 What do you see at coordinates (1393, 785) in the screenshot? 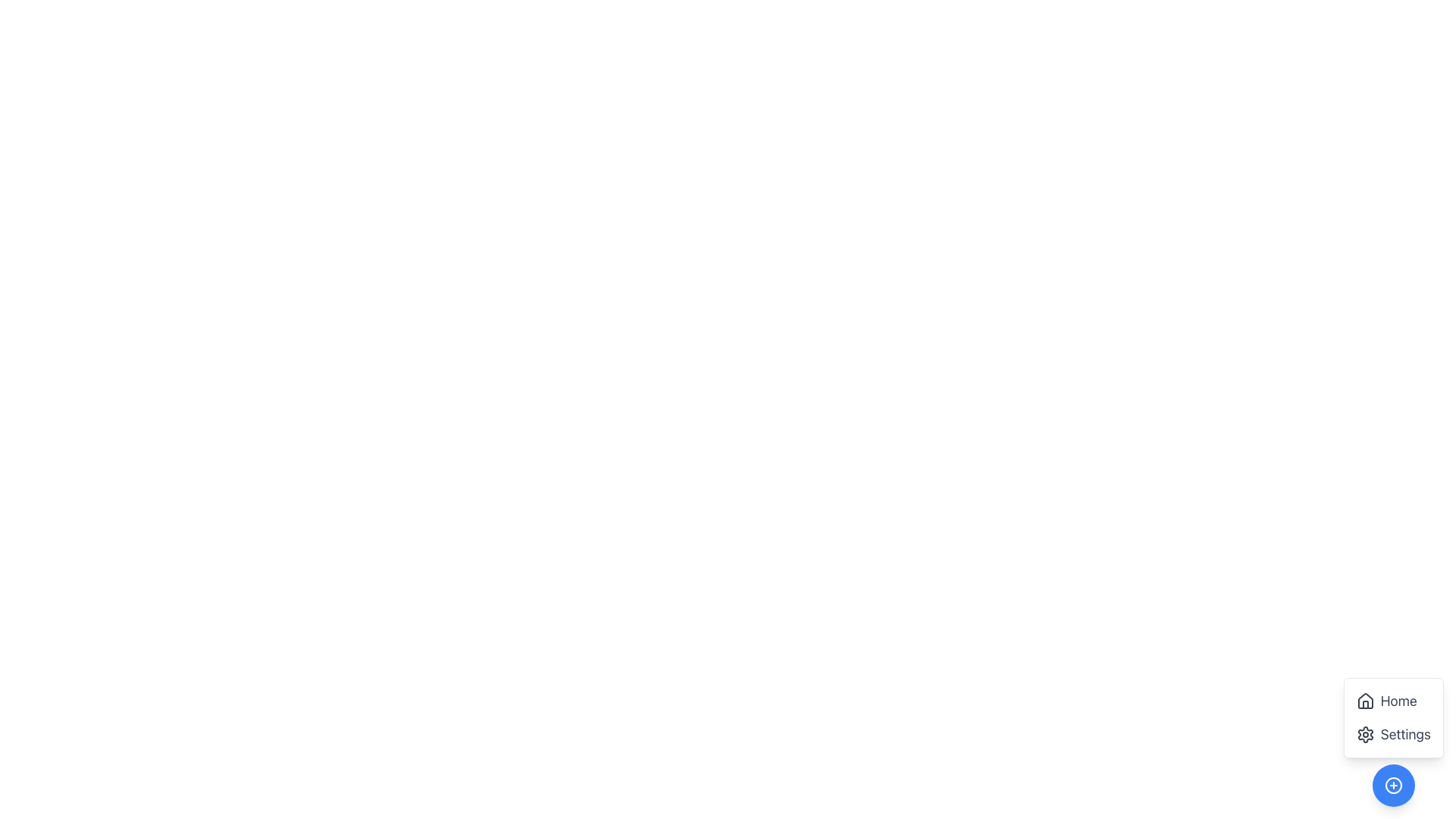
I see `the blue circular button with a white plus sign icon located at the bottom-right corner of the interface` at bounding box center [1393, 785].